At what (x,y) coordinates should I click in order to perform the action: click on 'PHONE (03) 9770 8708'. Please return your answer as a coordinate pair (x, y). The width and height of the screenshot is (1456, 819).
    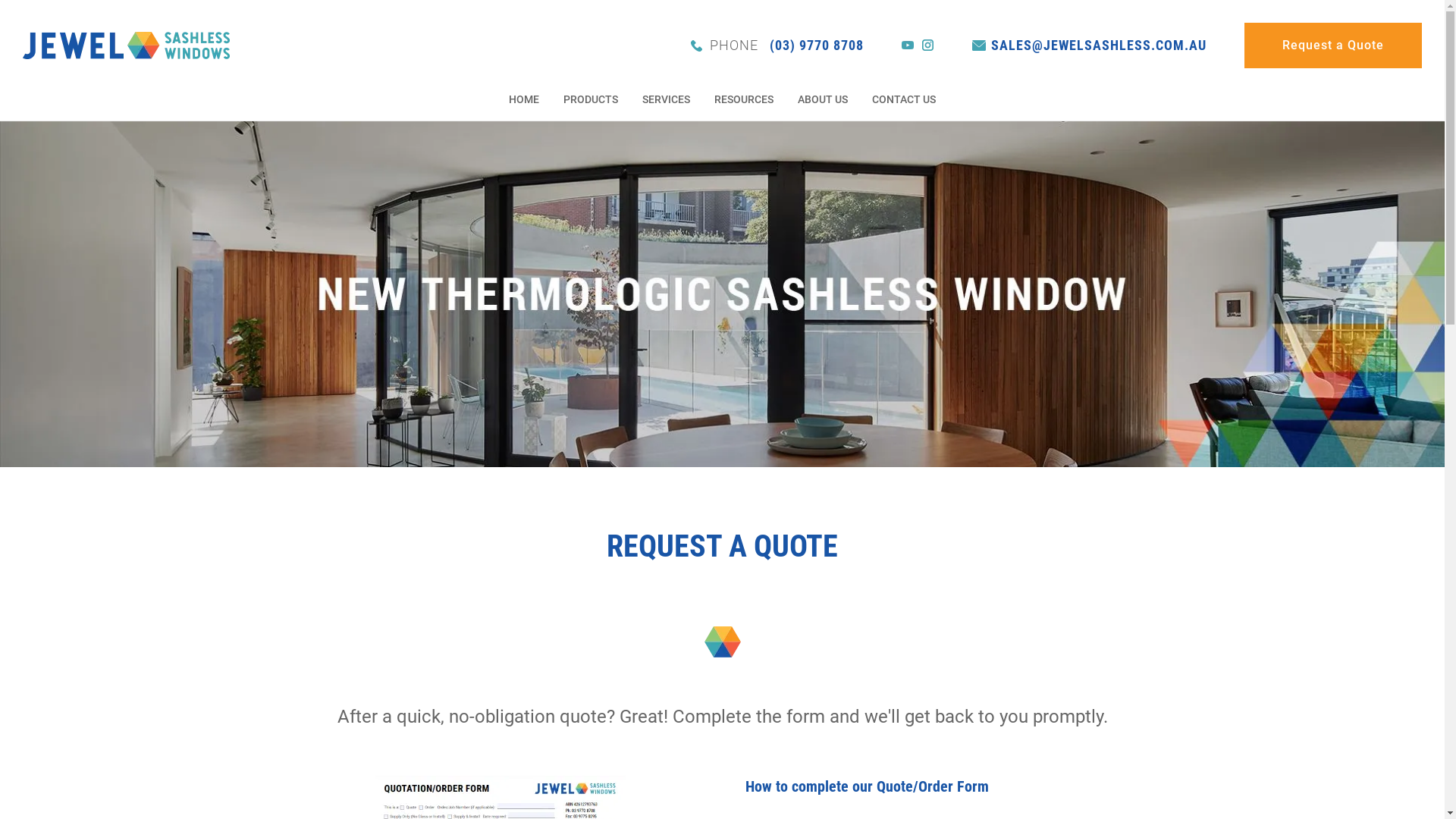
    Looking at the image, I should click on (777, 44).